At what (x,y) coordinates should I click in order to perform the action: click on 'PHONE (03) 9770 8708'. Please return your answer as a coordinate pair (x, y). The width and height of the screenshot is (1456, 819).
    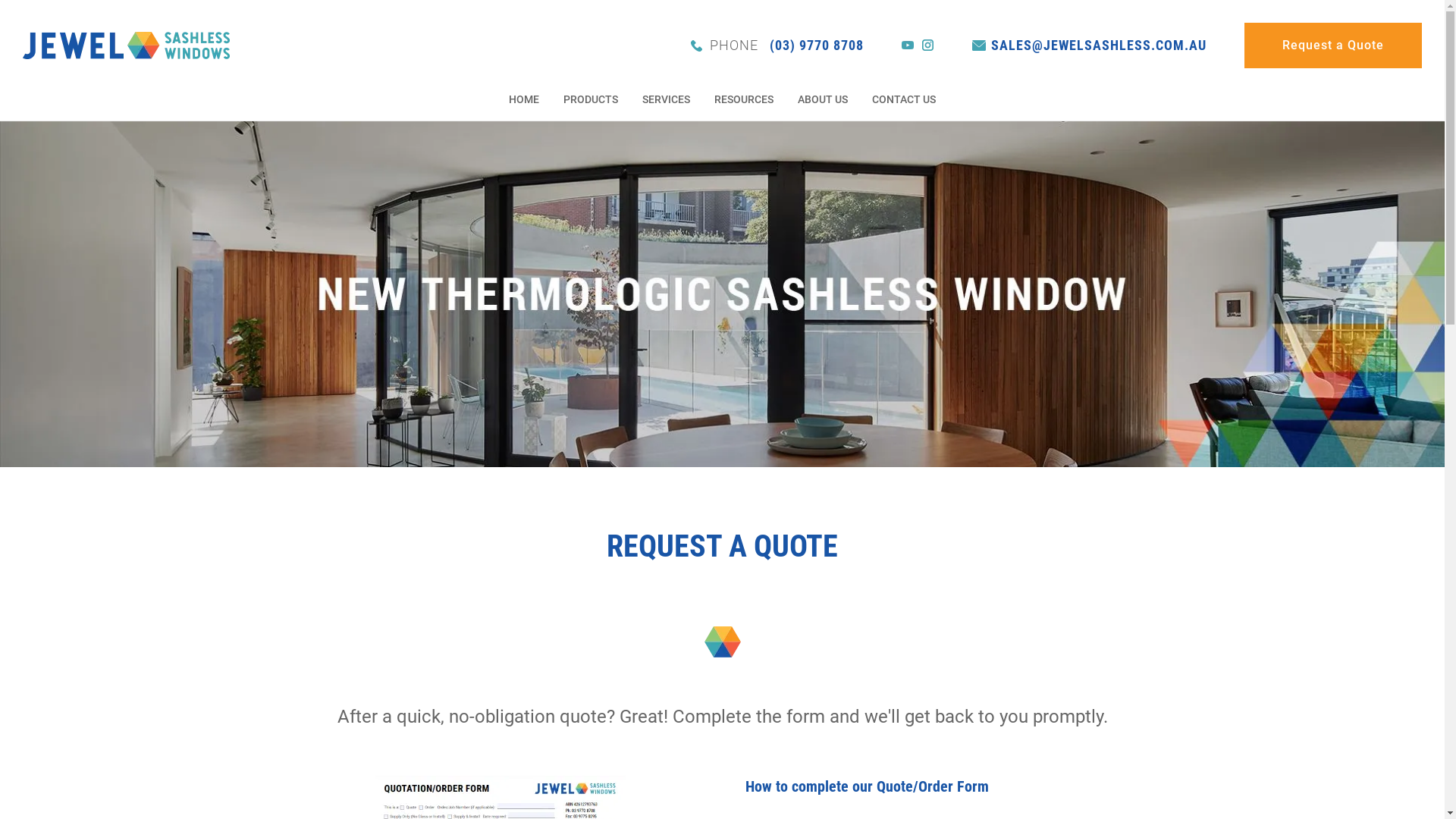
    Looking at the image, I should click on (777, 44).